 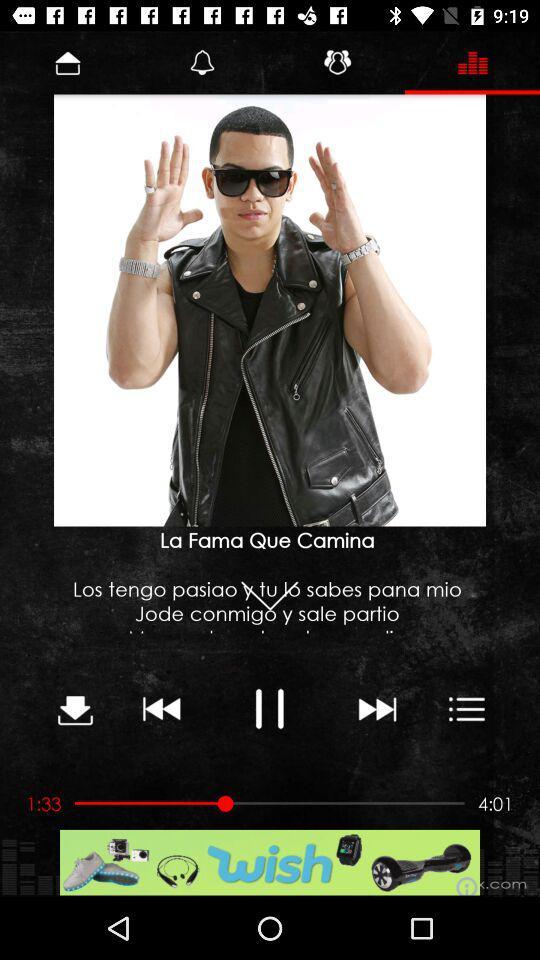 What do you see at coordinates (161, 708) in the screenshot?
I see `the av_rewind icon` at bounding box center [161, 708].